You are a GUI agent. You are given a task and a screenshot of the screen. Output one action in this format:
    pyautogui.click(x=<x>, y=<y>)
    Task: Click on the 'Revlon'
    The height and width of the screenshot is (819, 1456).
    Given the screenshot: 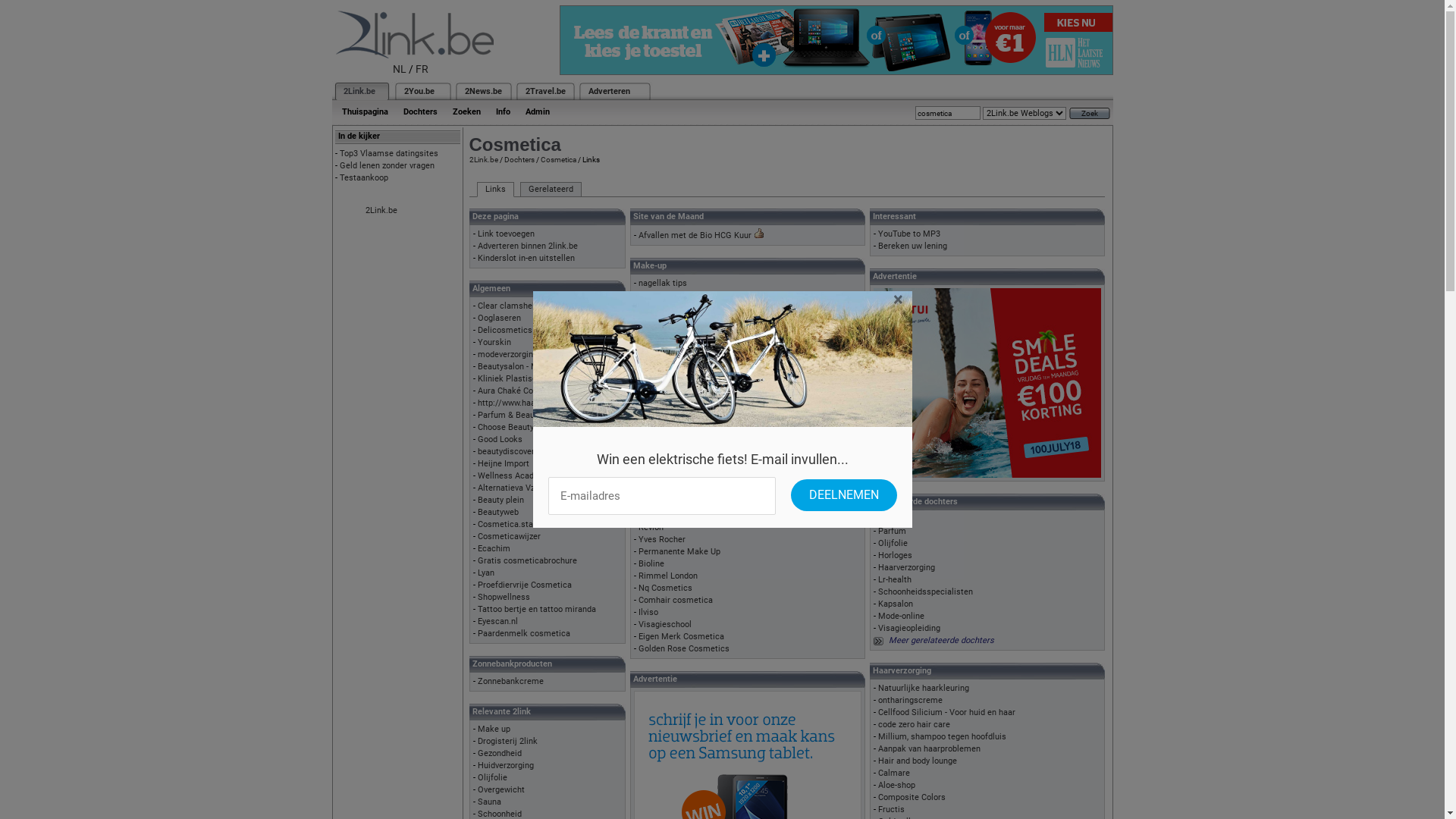 What is the action you would take?
    pyautogui.click(x=651, y=526)
    